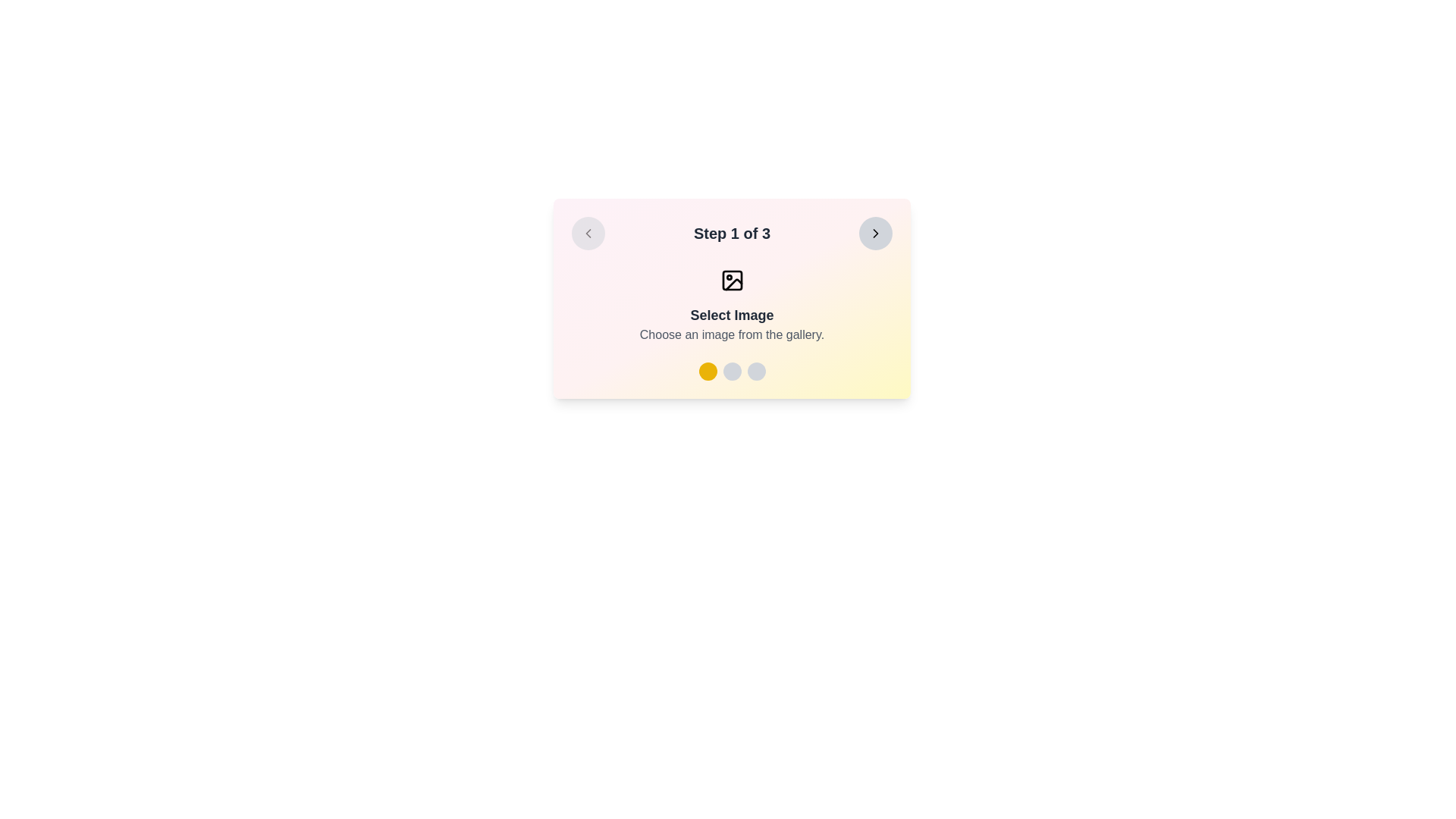 This screenshot has width=1456, height=819. What do you see at coordinates (732, 371) in the screenshot?
I see `the second circular indicator/button located at the bottom center of the card, which is positioned between an orange circle on the left and a gray circle on the right` at bounding box center [732, 371].